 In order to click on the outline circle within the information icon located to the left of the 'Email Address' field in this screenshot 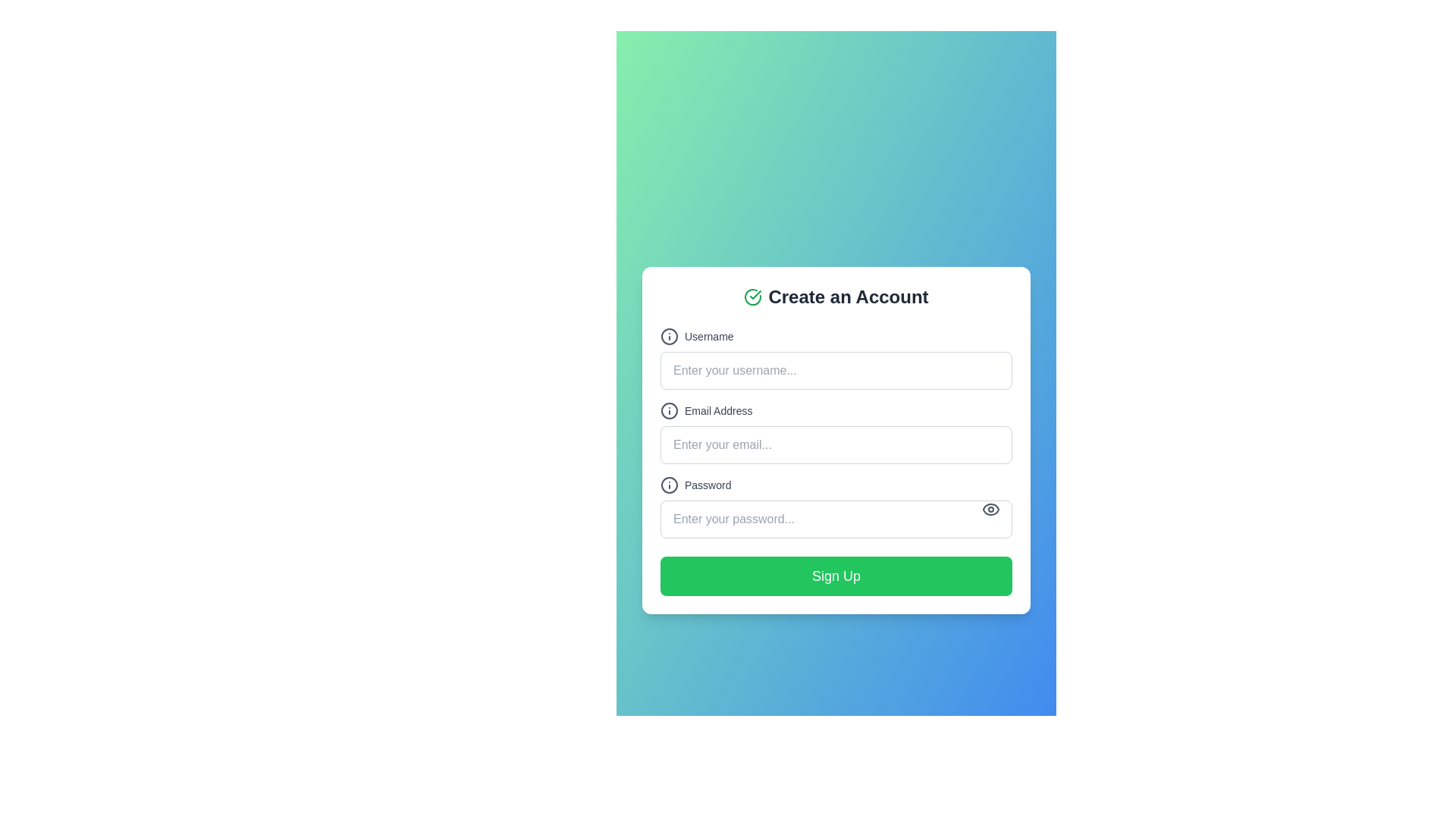, I will do `click(669, 411)`.